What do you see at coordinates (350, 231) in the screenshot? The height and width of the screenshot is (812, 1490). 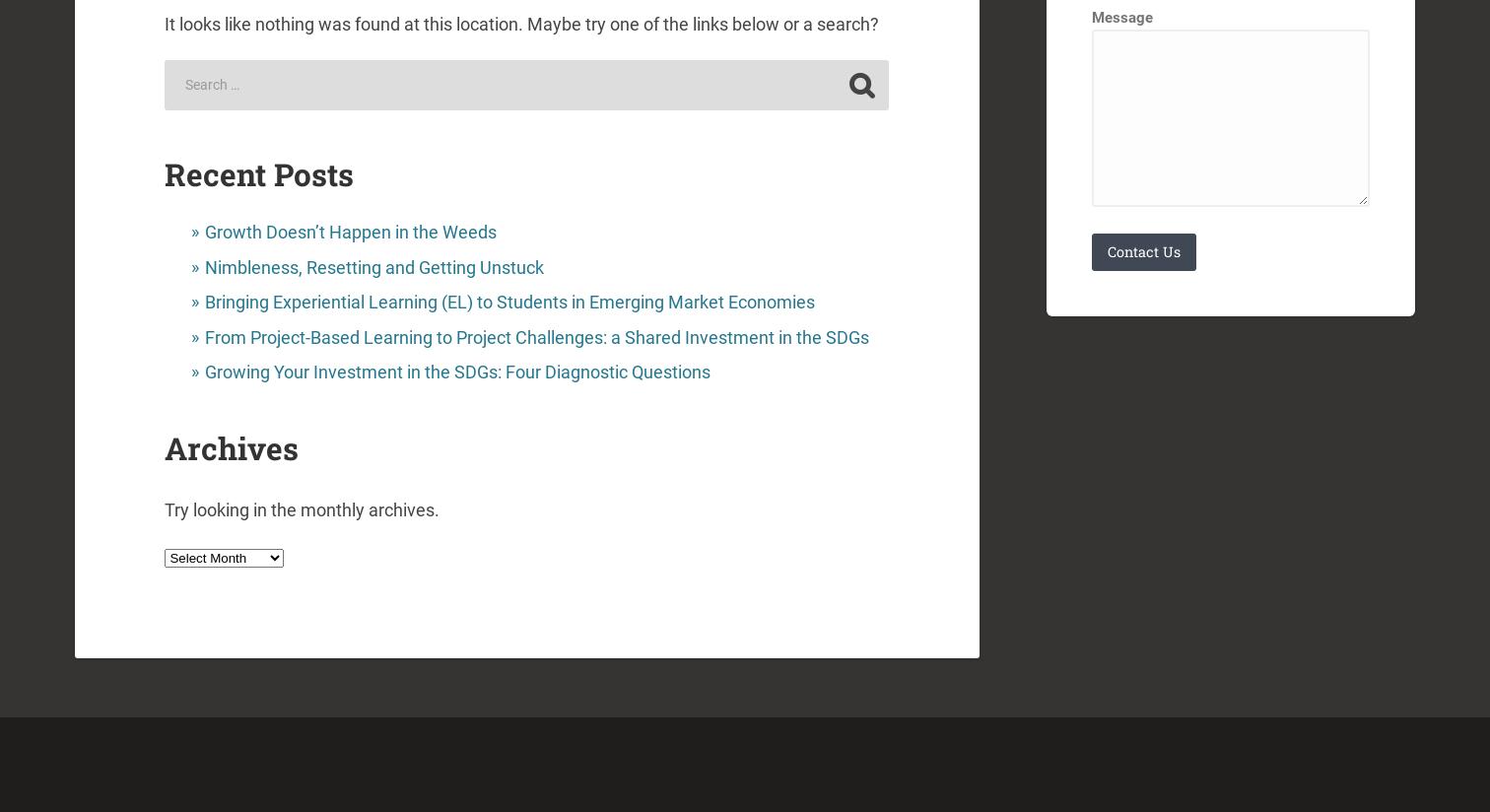 I see `'Growth Doesn’t Happen in the Weeds'` at bounding box center [350, 231].